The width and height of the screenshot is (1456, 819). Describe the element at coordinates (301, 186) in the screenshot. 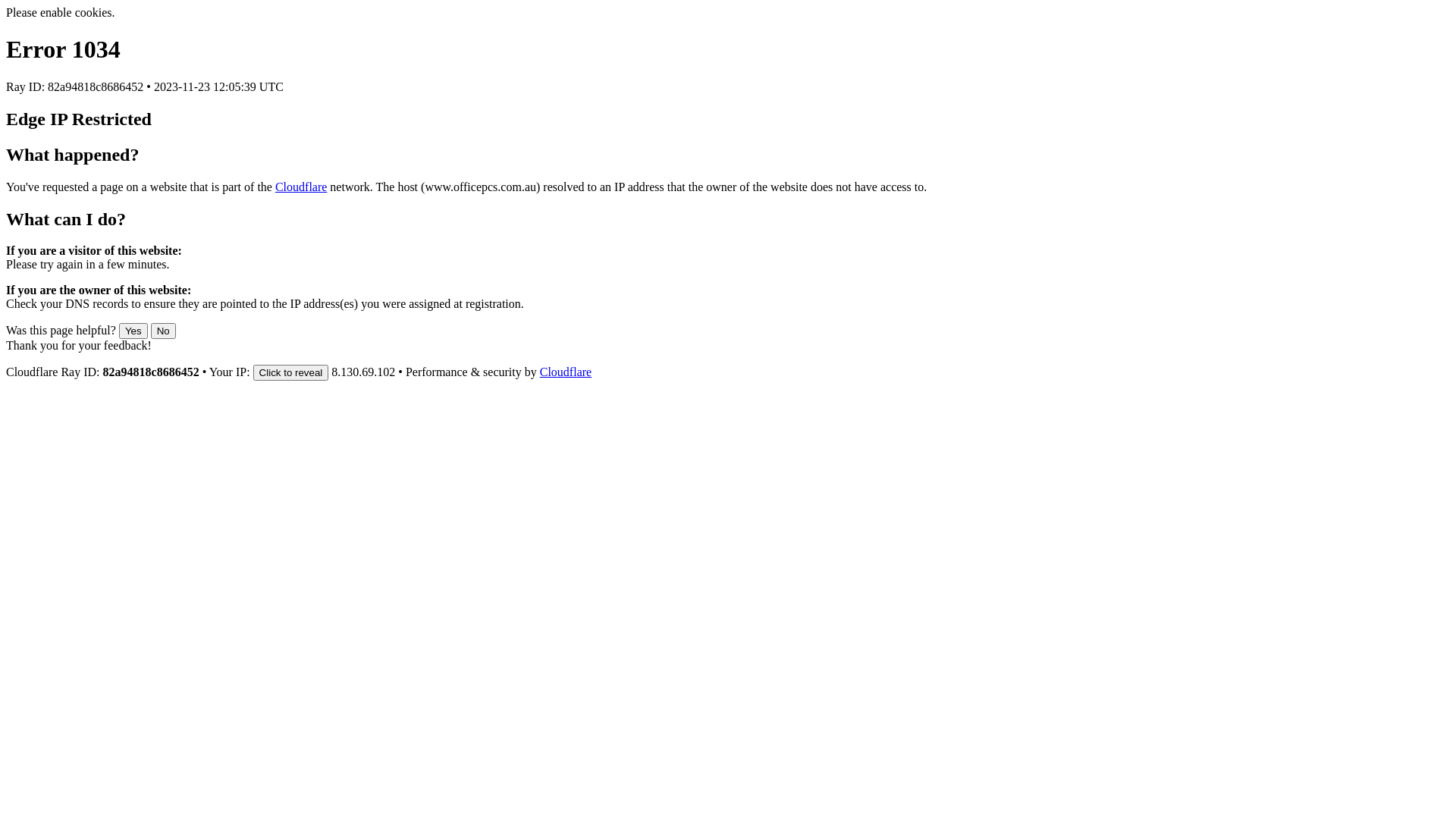

I see `'Cloudflare'` at that location.